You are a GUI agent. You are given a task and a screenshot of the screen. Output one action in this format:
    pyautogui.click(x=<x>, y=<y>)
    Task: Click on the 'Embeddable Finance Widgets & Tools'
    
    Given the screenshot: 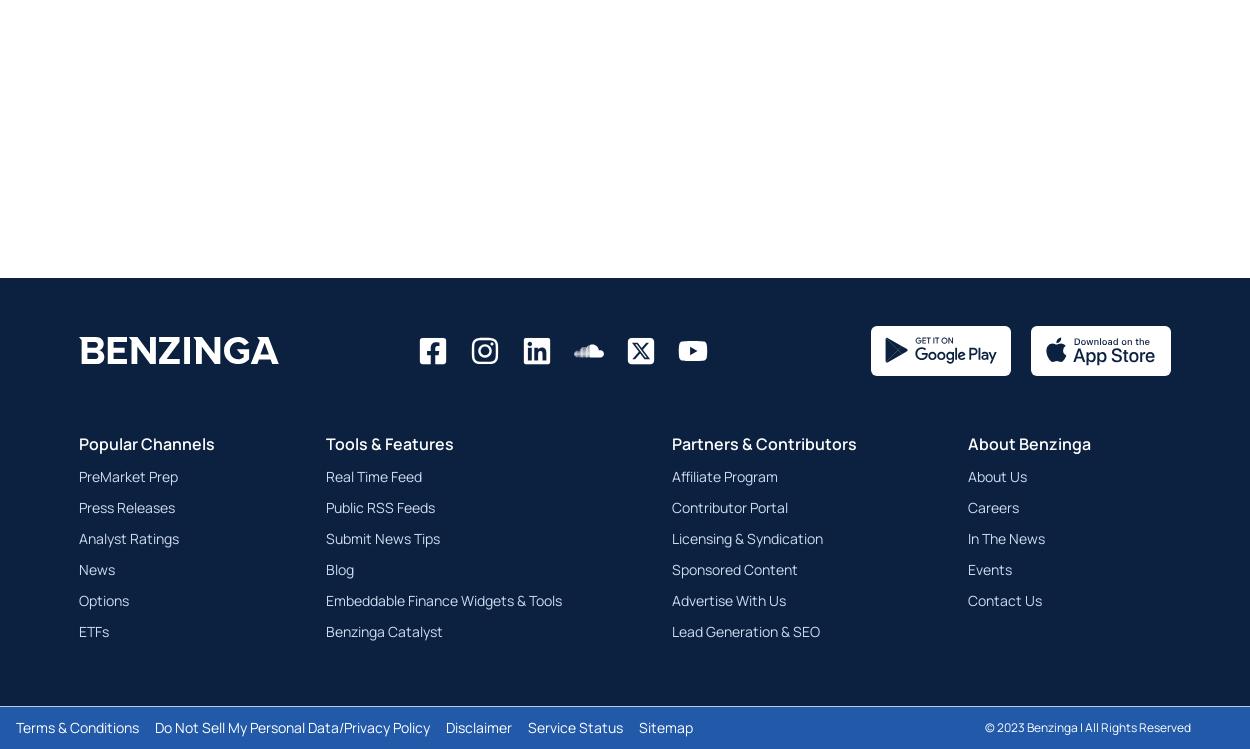 What is the action you would take?
    pyautogui.click(x=442, y=598)
    